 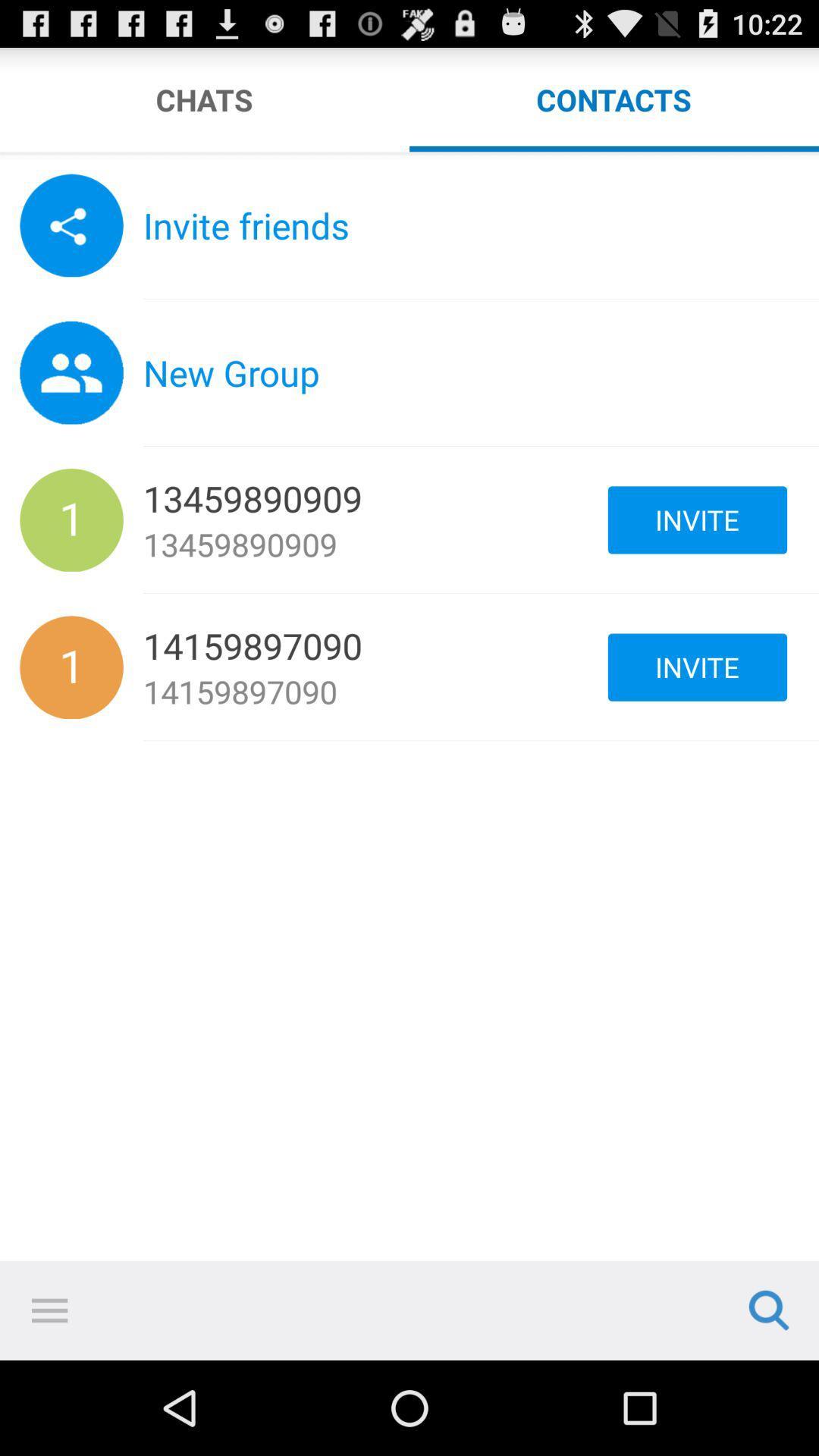 What do you see at coordinates (409, 155) in the screenshot?
I see `the icon below the chats icon` at bounding box center [409, 155].